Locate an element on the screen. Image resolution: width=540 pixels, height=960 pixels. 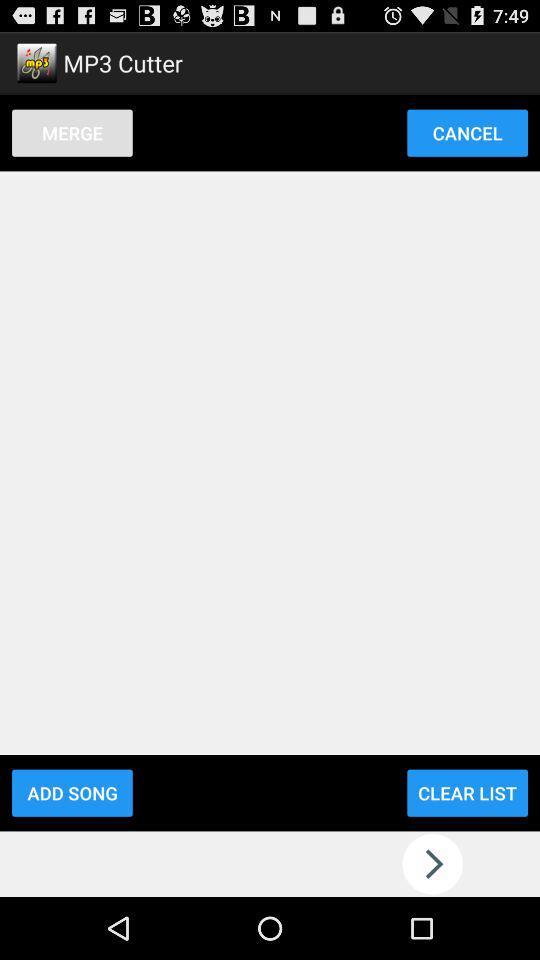
button to the right of merge icon is located at coordinates (467, 131).